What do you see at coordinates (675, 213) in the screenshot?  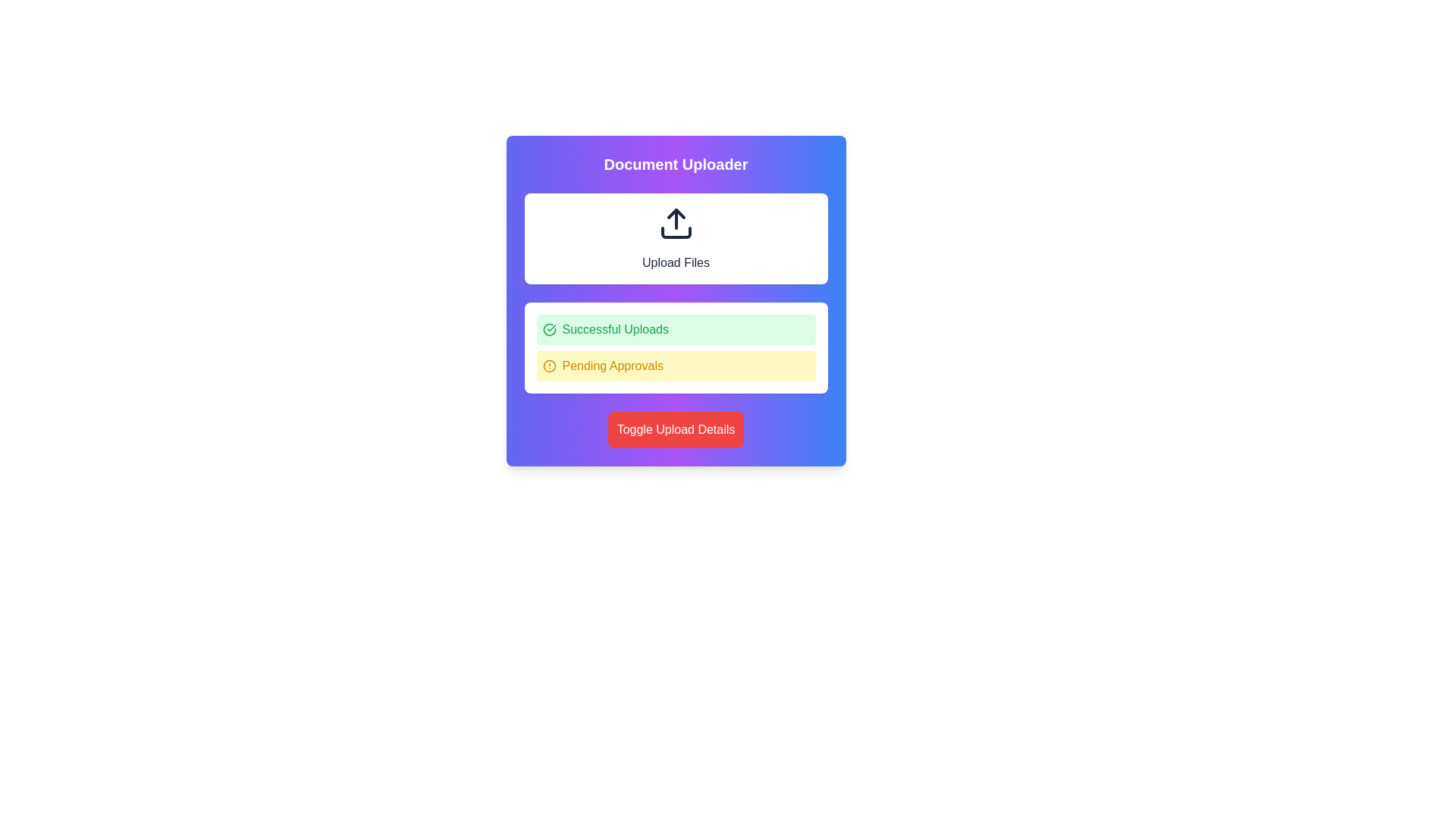 I see `the upward-pointing arrow graphical SVG component, which is part of the upload icon located under the title 'Document Uploader', by moving the cursor to its center point` at bounding box center [675, 213].